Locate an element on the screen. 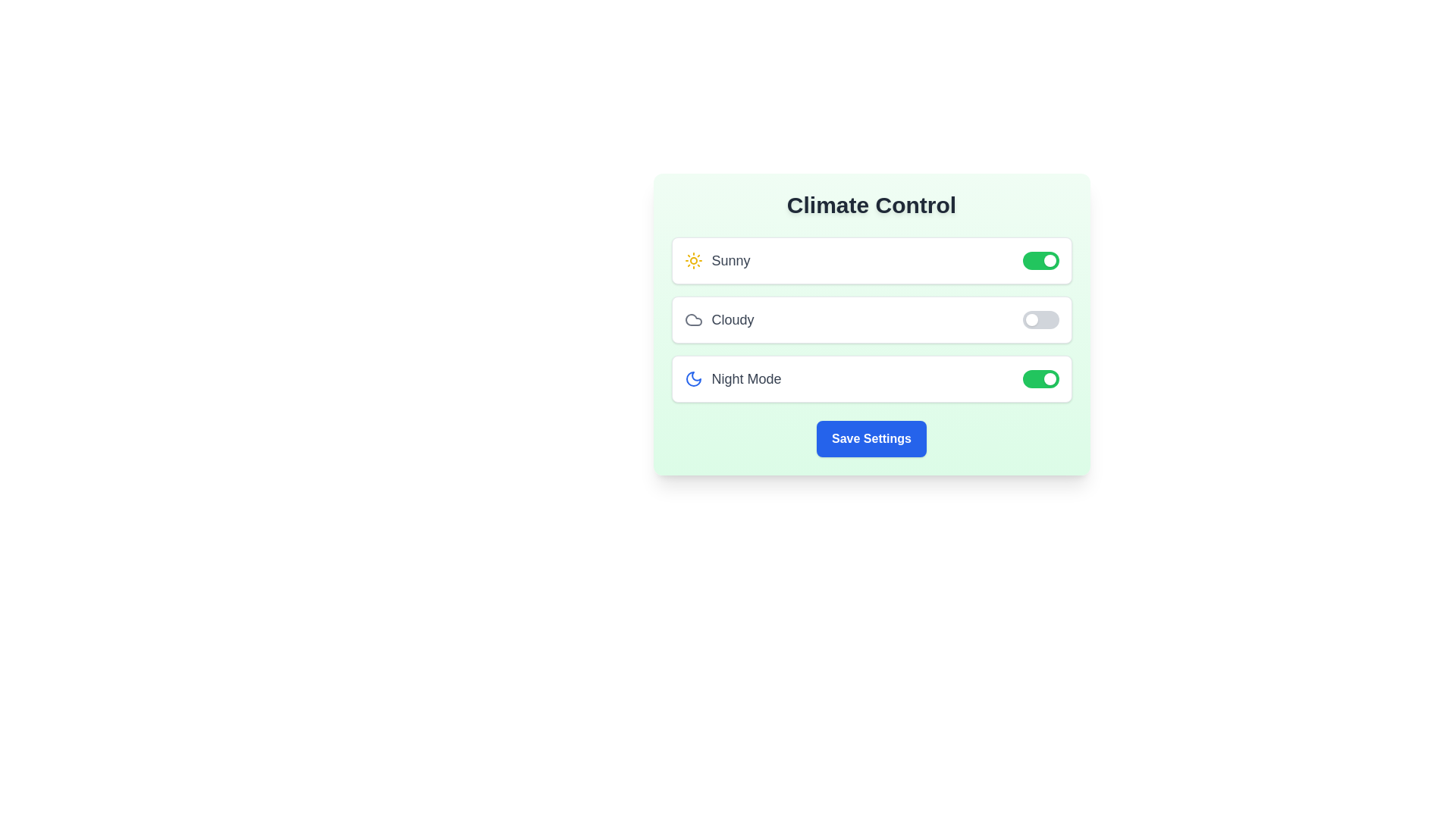 Image resolution: width=1456 pixels, height=819 pixels. the text label for Sunny is located at coordinates (716, 259).